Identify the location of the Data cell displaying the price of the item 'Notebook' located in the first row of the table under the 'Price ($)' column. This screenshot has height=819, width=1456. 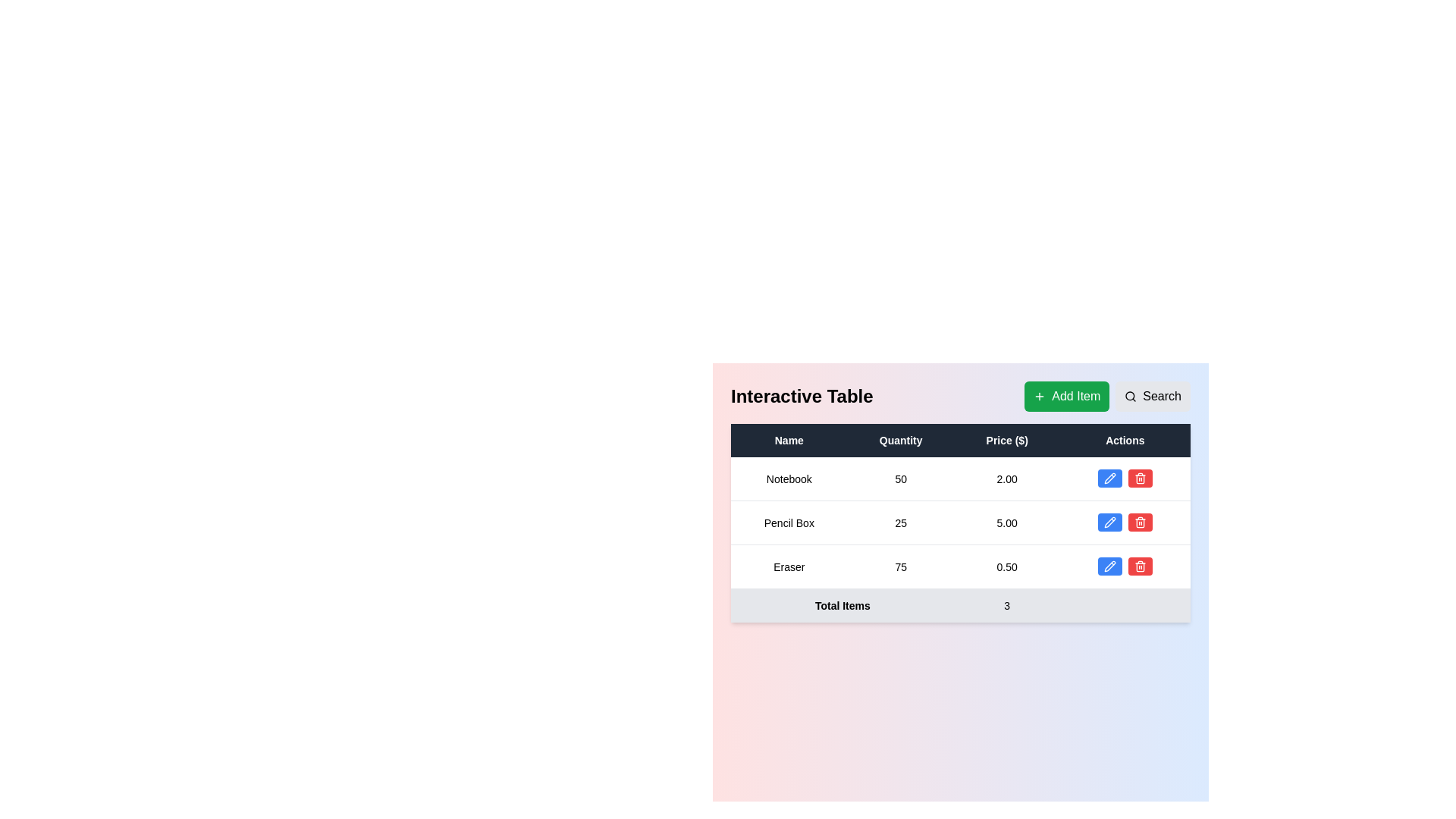
(1007, 479).